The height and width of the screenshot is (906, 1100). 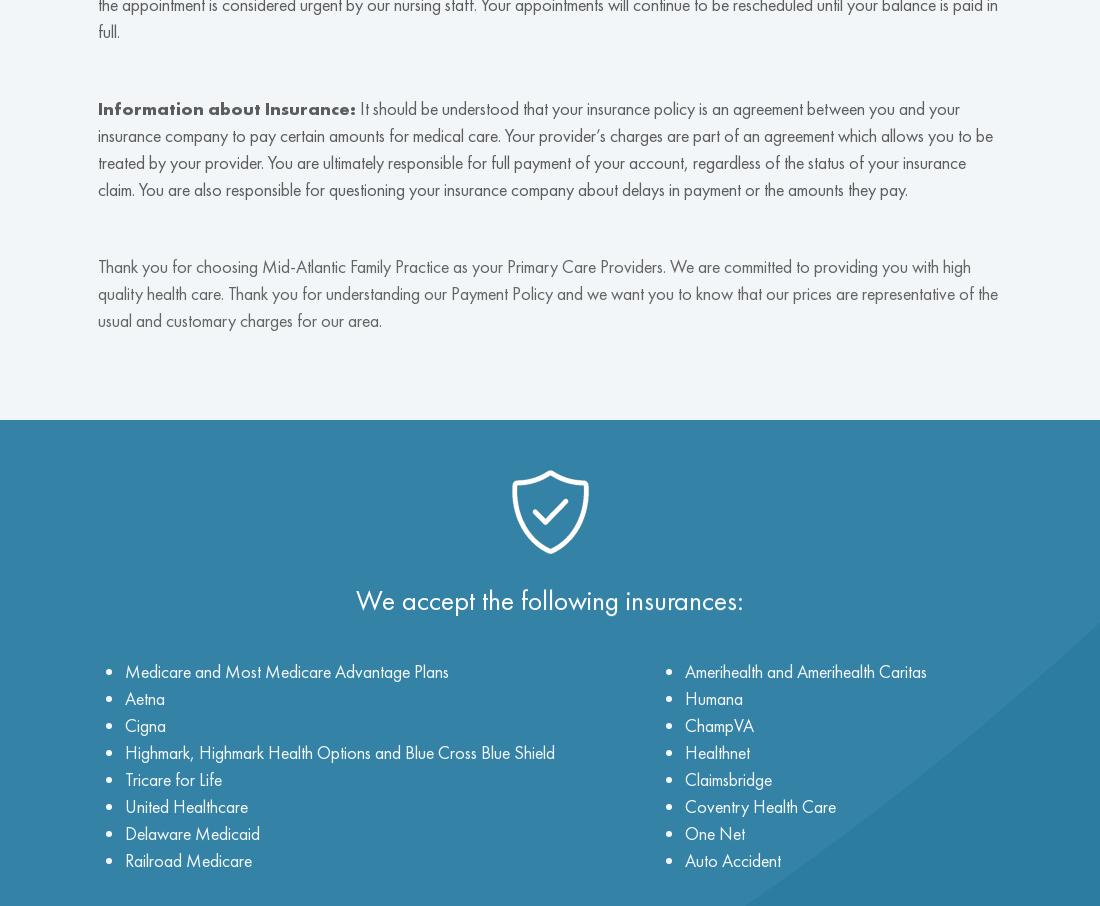 What do you see at coordinates (760, 805) in the screenshot?
I see `'Coventry Health Care'` at bounding box center [760, 805].